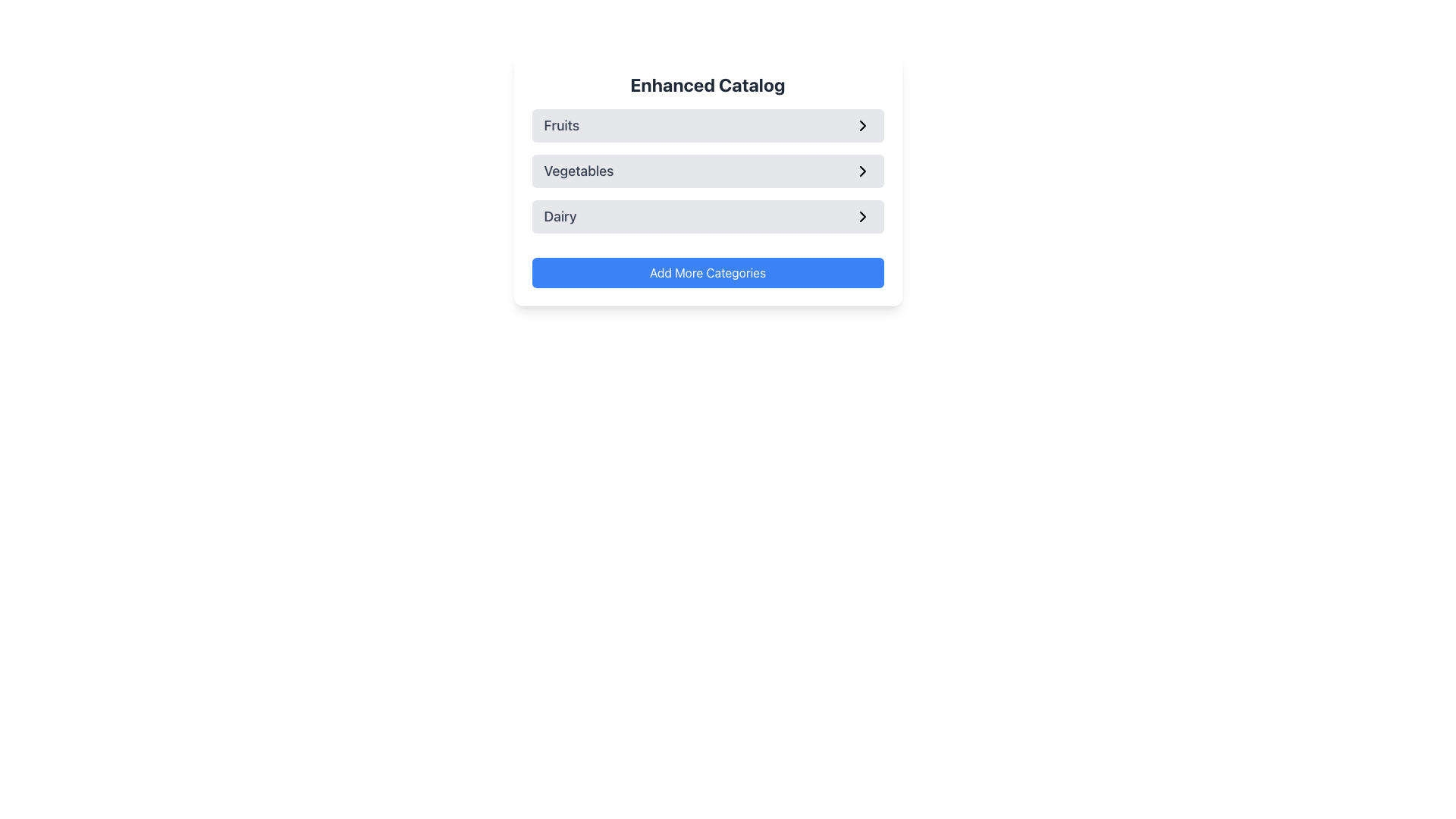 The width and height of the screenshot is (1456, 819). I want to click on the right-facing chevron icon button located at the extreme right-hand side of the 'Fruits' list item, so click(862, 124).